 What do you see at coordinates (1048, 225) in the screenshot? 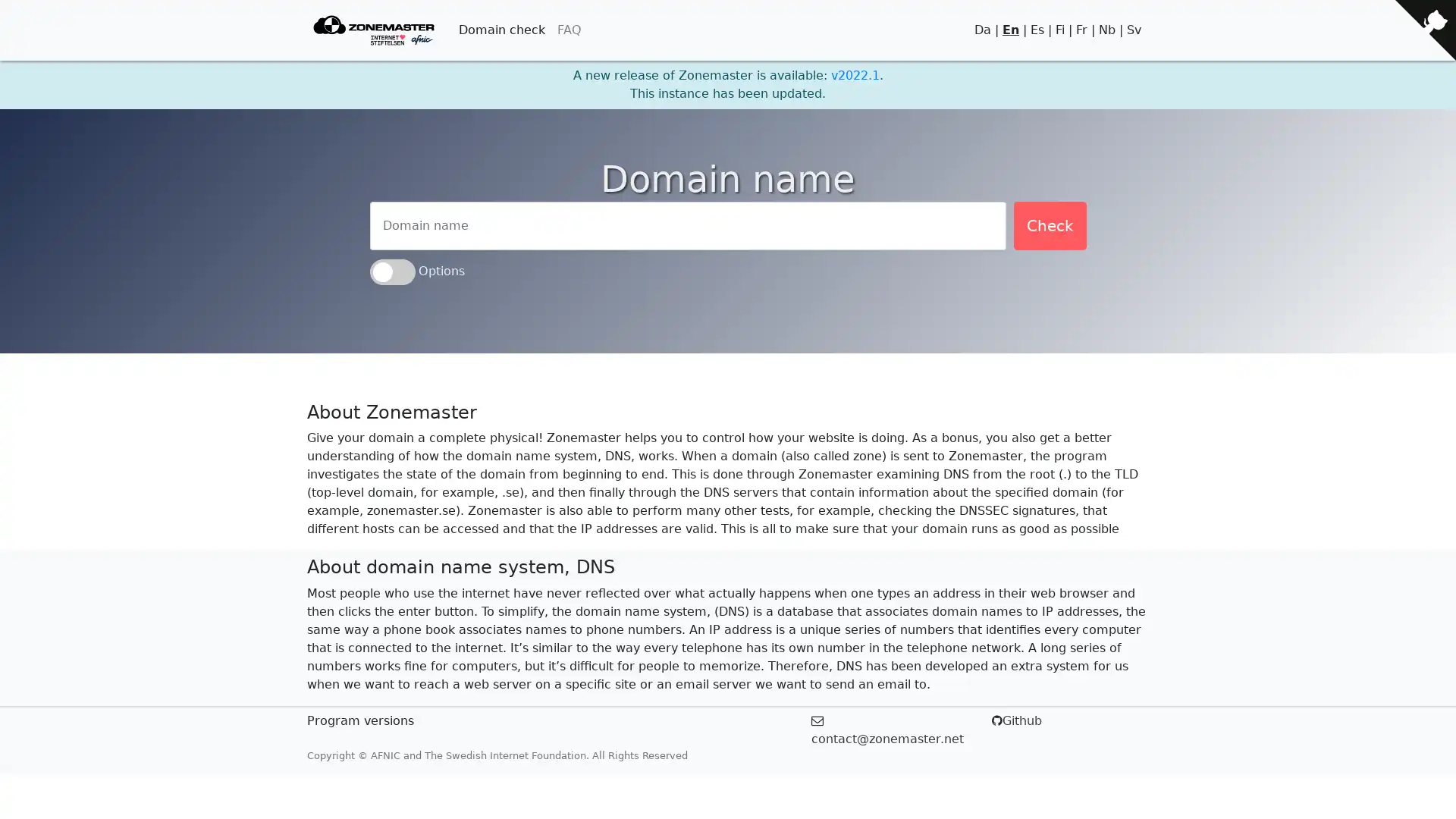
I see `Check` at bounding box center [1048, 225].